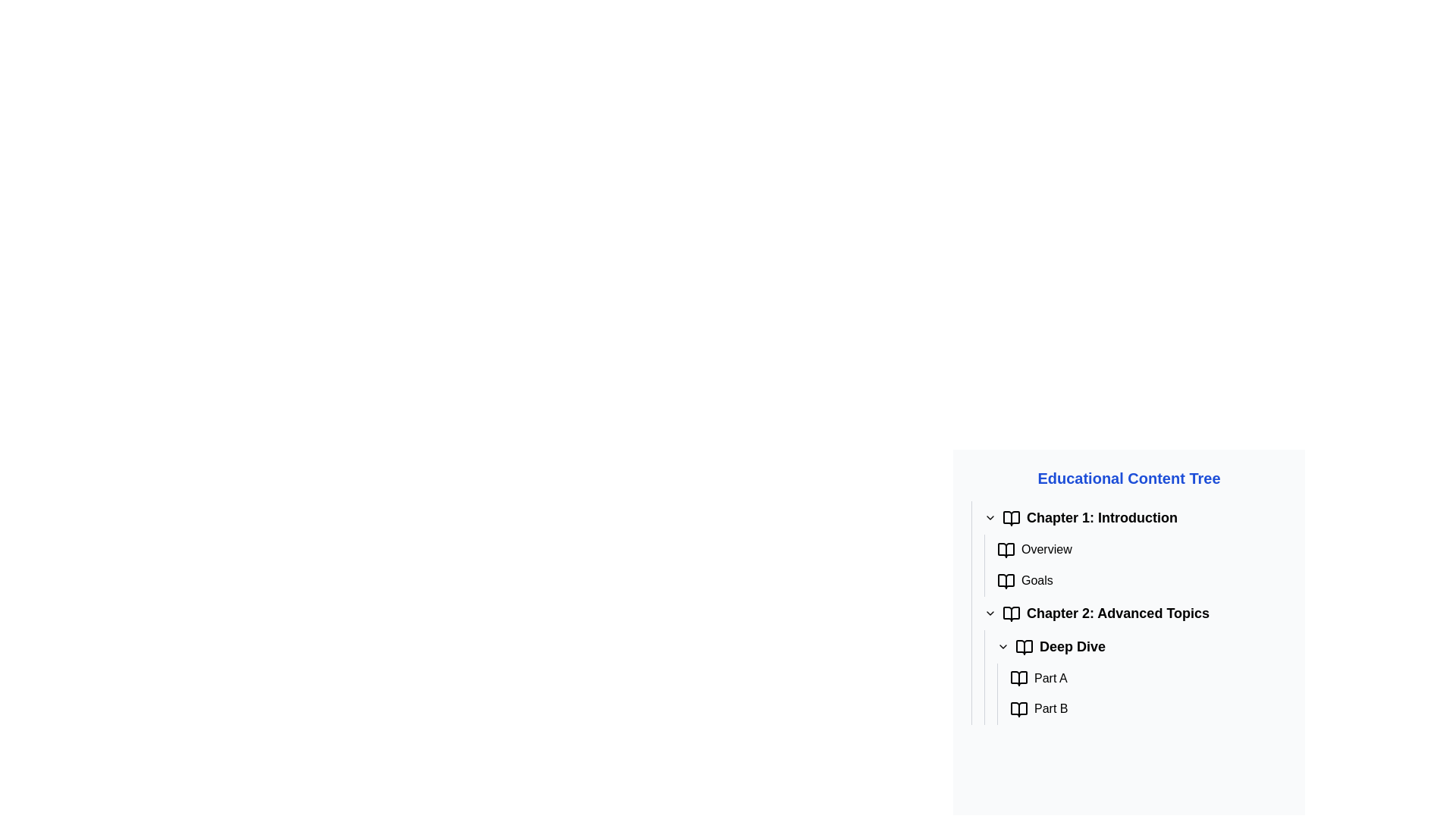 The image size is (1456, 819). I want to click on the static text element displaying the title 'Chapter 2: Advanced Topics', so click(1106, 612).